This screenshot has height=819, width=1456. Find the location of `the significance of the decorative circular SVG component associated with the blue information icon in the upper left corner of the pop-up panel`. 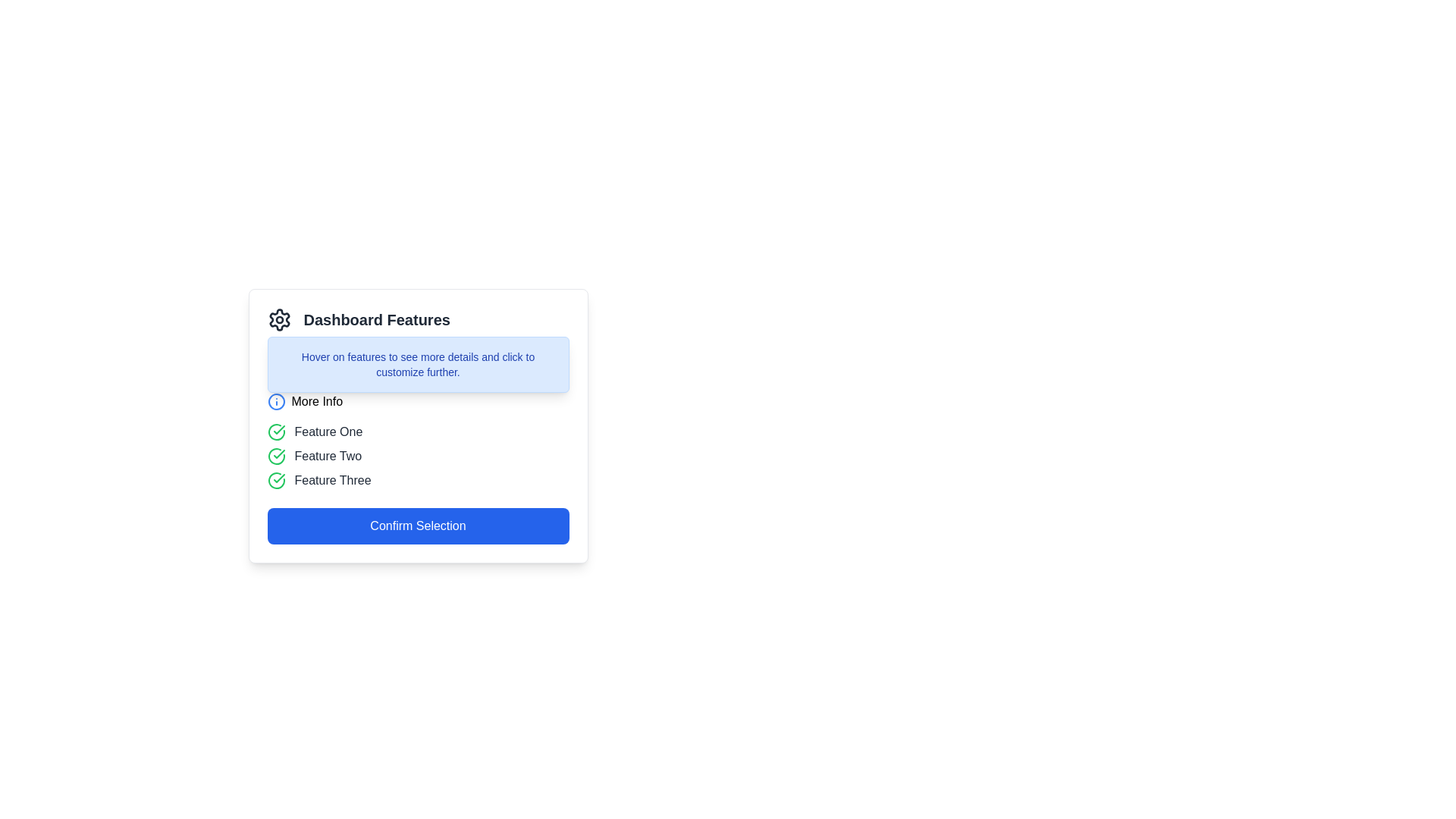

the significance of the decorative circular SVG component associated with the blue information icon in the upper left corner of the pop-up panel is located at coordinates (276, 400).